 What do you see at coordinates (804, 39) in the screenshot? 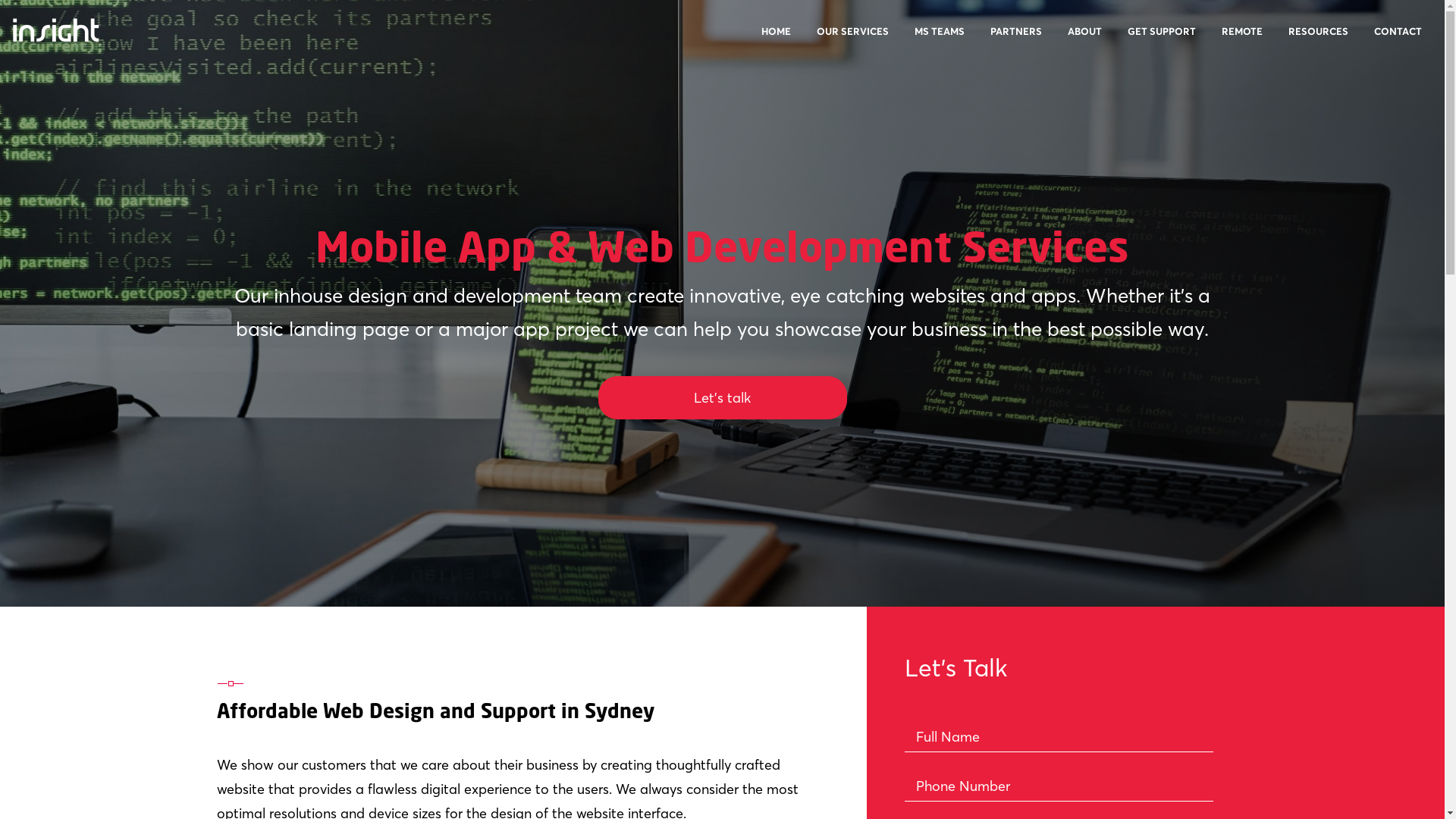
I see `'OUR SERVICES'` at bounding box center [804, 39].